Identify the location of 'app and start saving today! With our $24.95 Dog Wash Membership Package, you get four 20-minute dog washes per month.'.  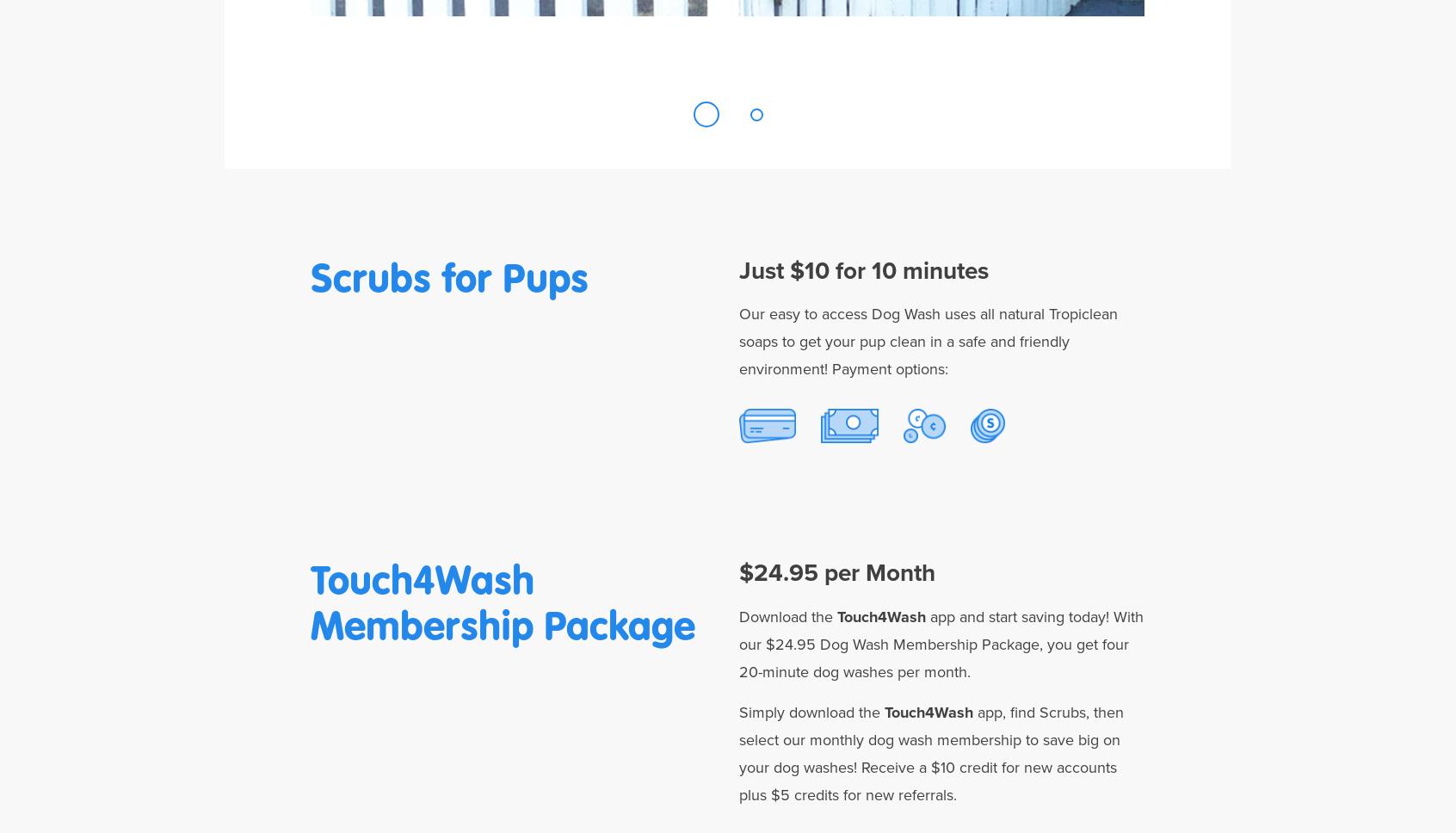
(941, 643).